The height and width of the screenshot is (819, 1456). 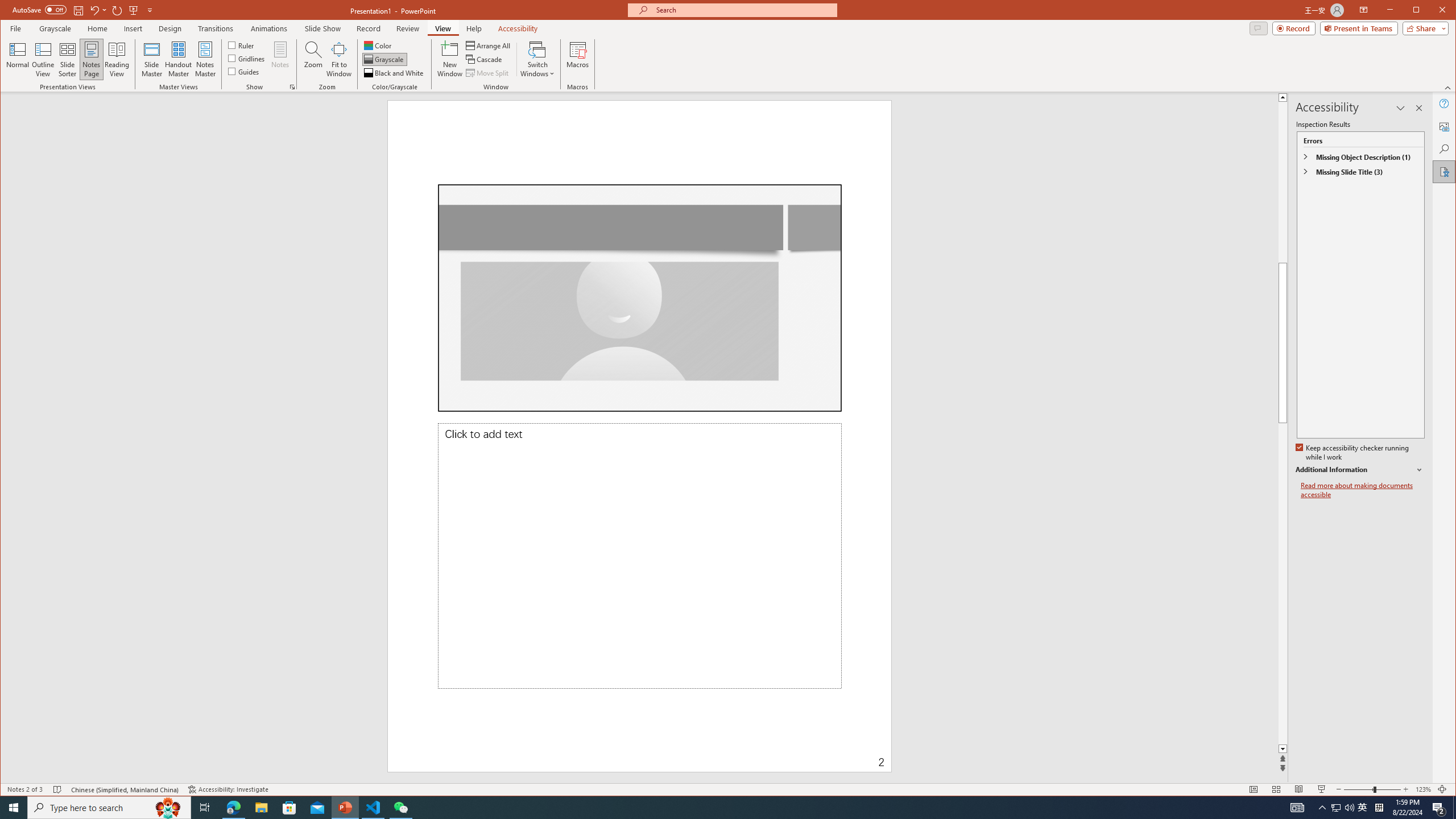 I want to click on 'Ruler', so click(x=241, y=44).